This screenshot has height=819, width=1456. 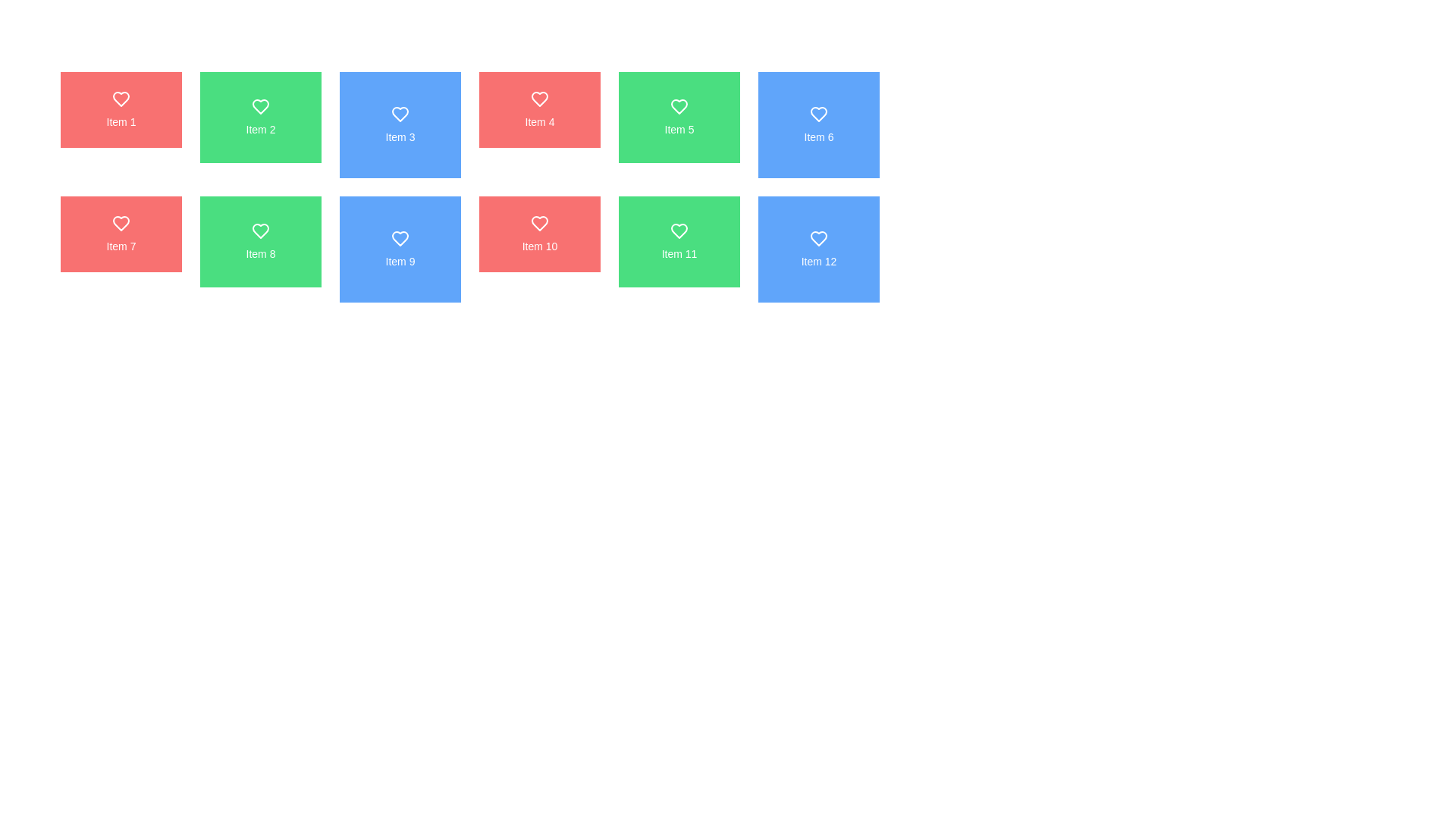 I want to click on the heart-shaped icon, so click(x=400, y=113).